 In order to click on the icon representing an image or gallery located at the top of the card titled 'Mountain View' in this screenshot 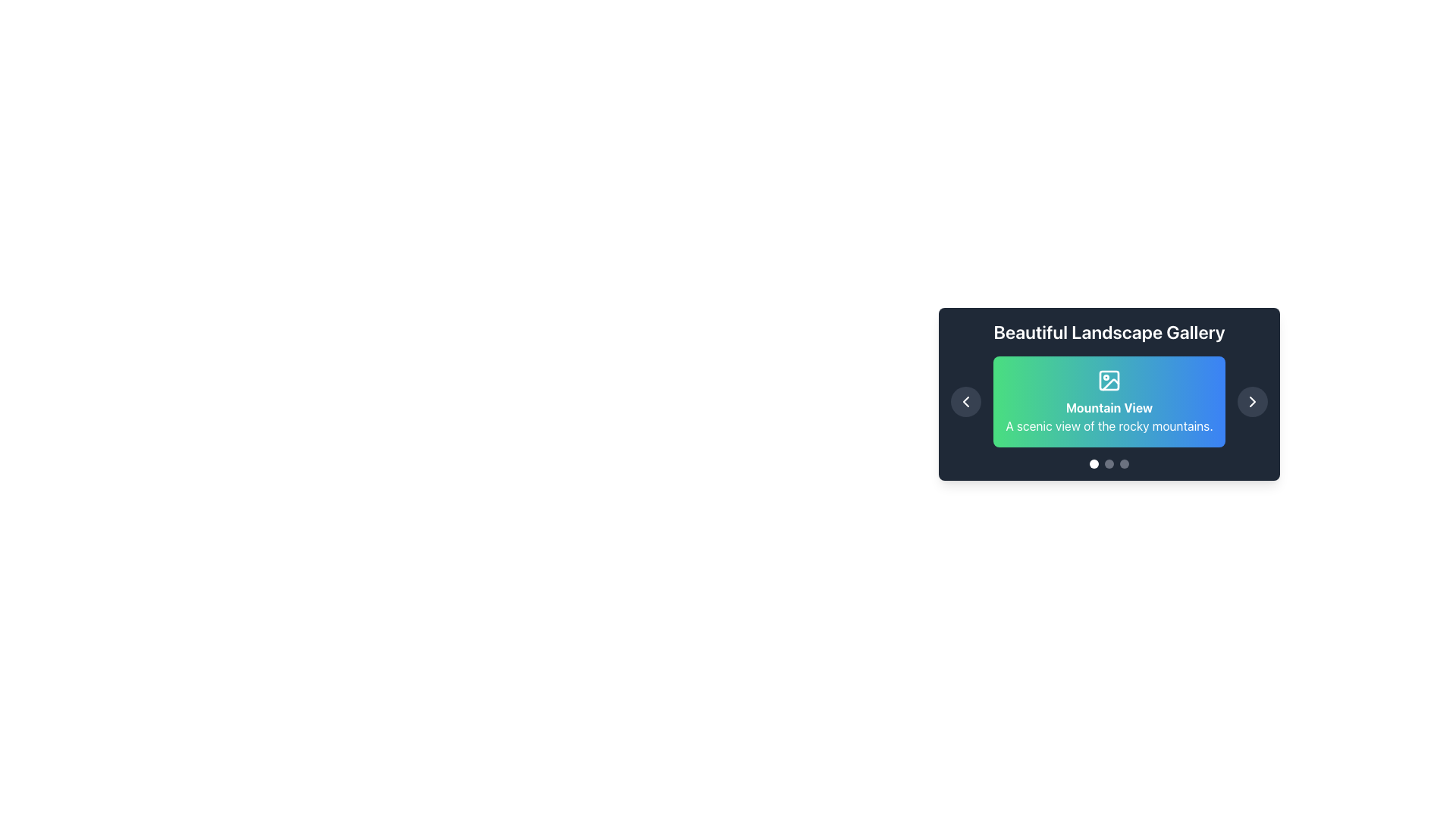, I will do `click(1109, 379)`.